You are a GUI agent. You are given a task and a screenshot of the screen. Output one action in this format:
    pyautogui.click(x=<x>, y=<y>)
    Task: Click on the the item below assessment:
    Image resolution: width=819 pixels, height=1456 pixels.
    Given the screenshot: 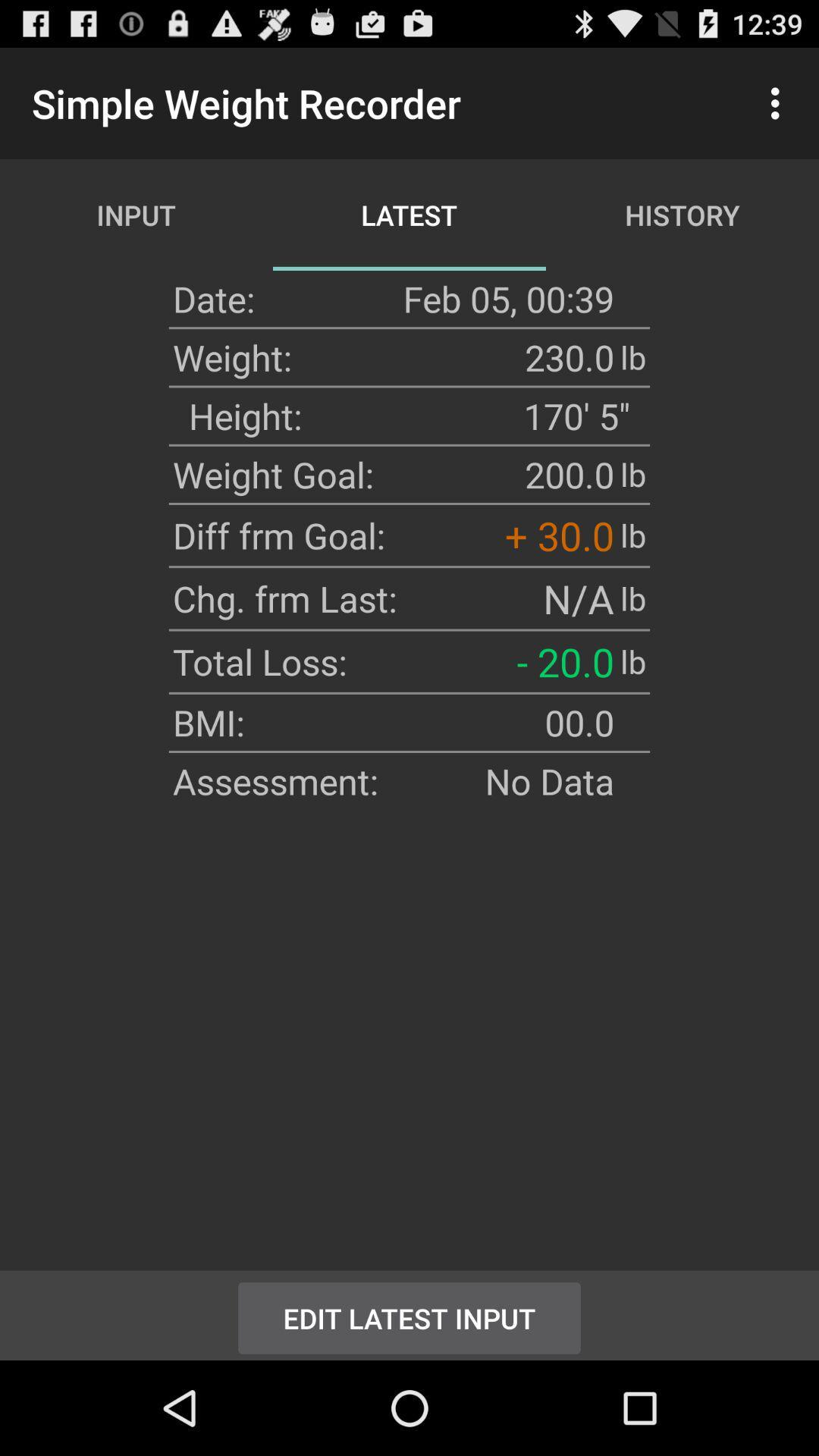 What is the action you would take?
    pyautogui.click(x=409, y=1314)
    